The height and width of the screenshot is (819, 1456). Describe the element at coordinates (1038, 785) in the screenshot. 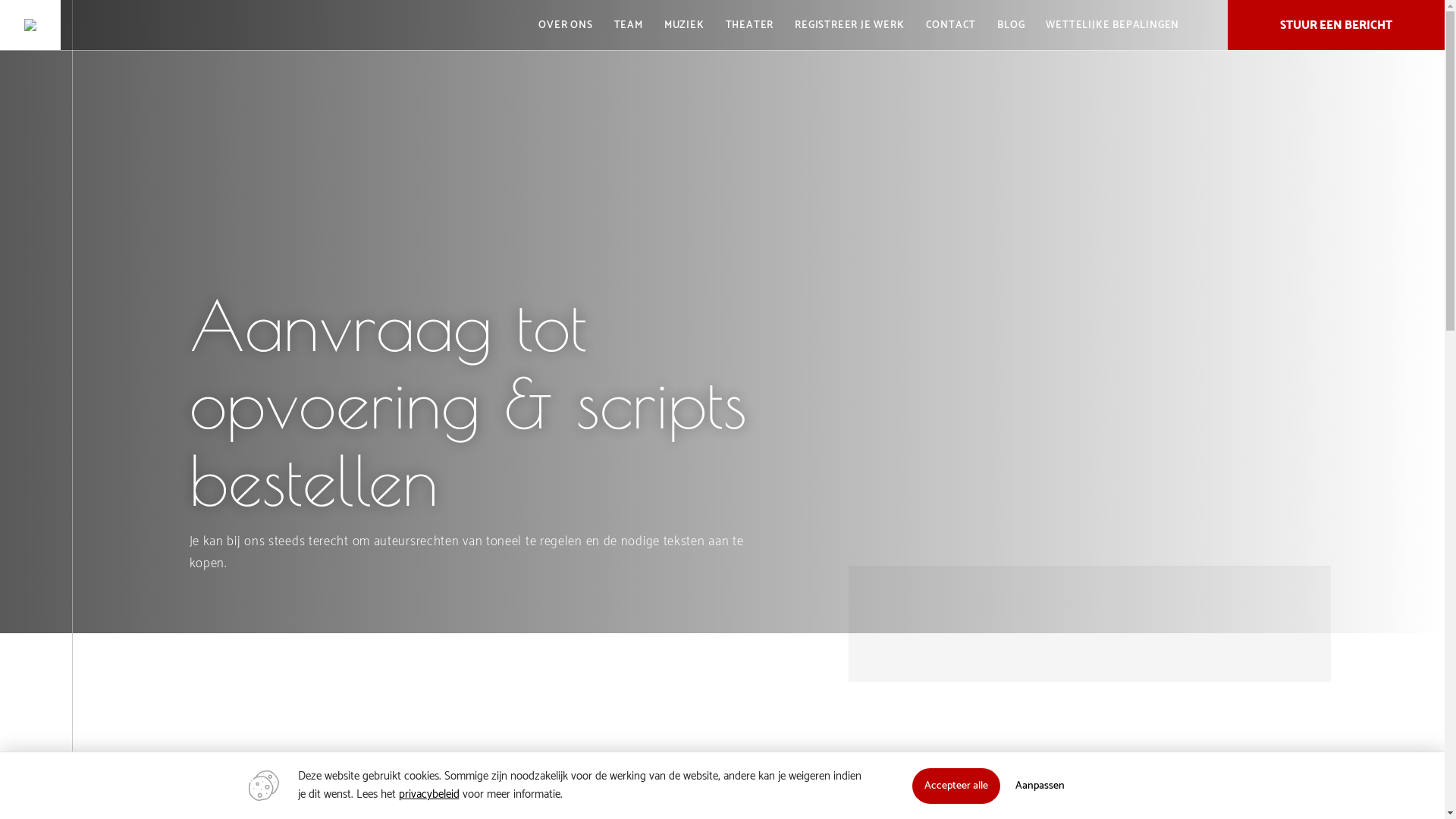

I see `'Aanpassen'` at that location.